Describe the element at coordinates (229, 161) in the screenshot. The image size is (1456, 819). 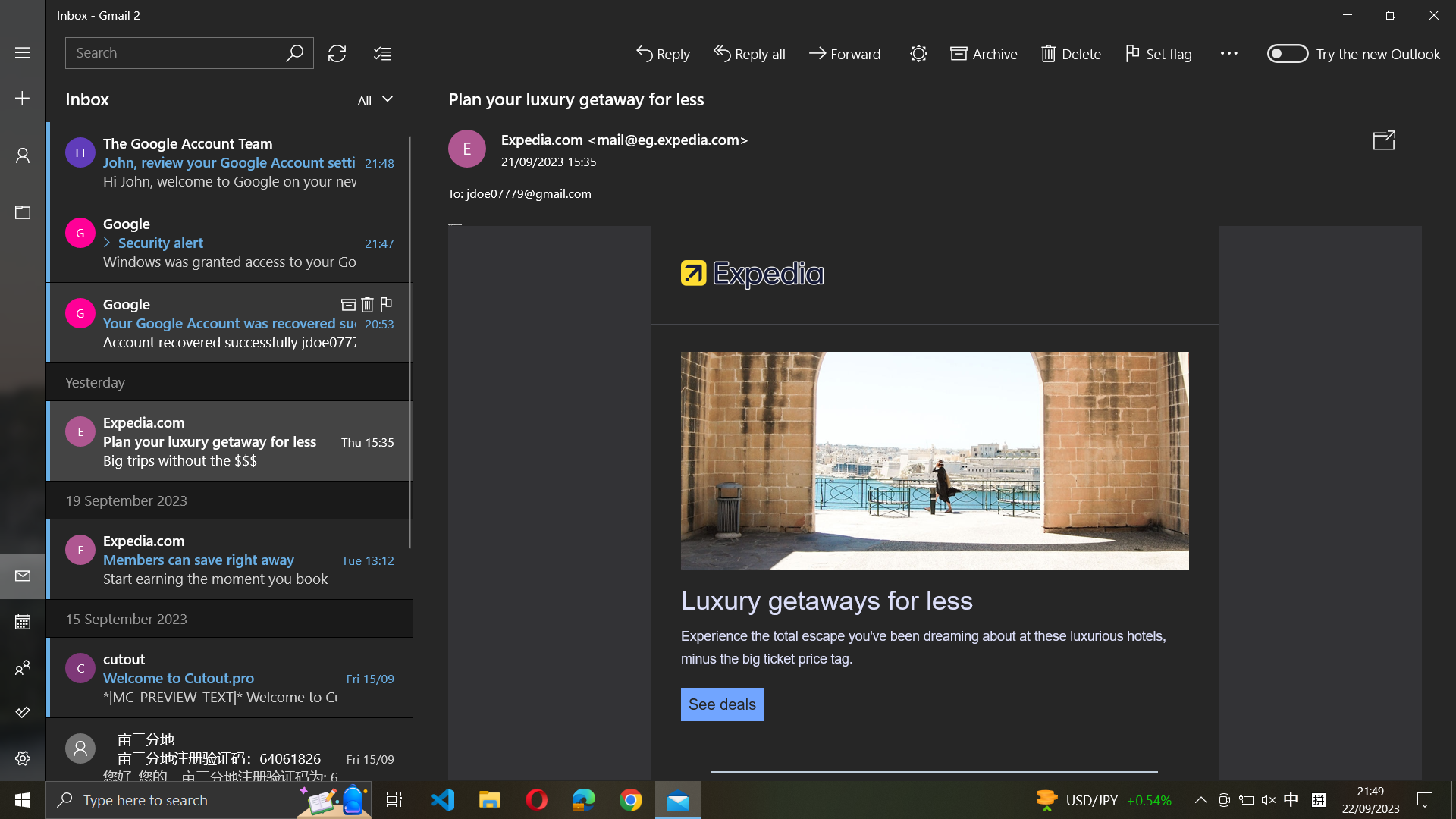
I see `Remove the very first mail in inbox` at that location.